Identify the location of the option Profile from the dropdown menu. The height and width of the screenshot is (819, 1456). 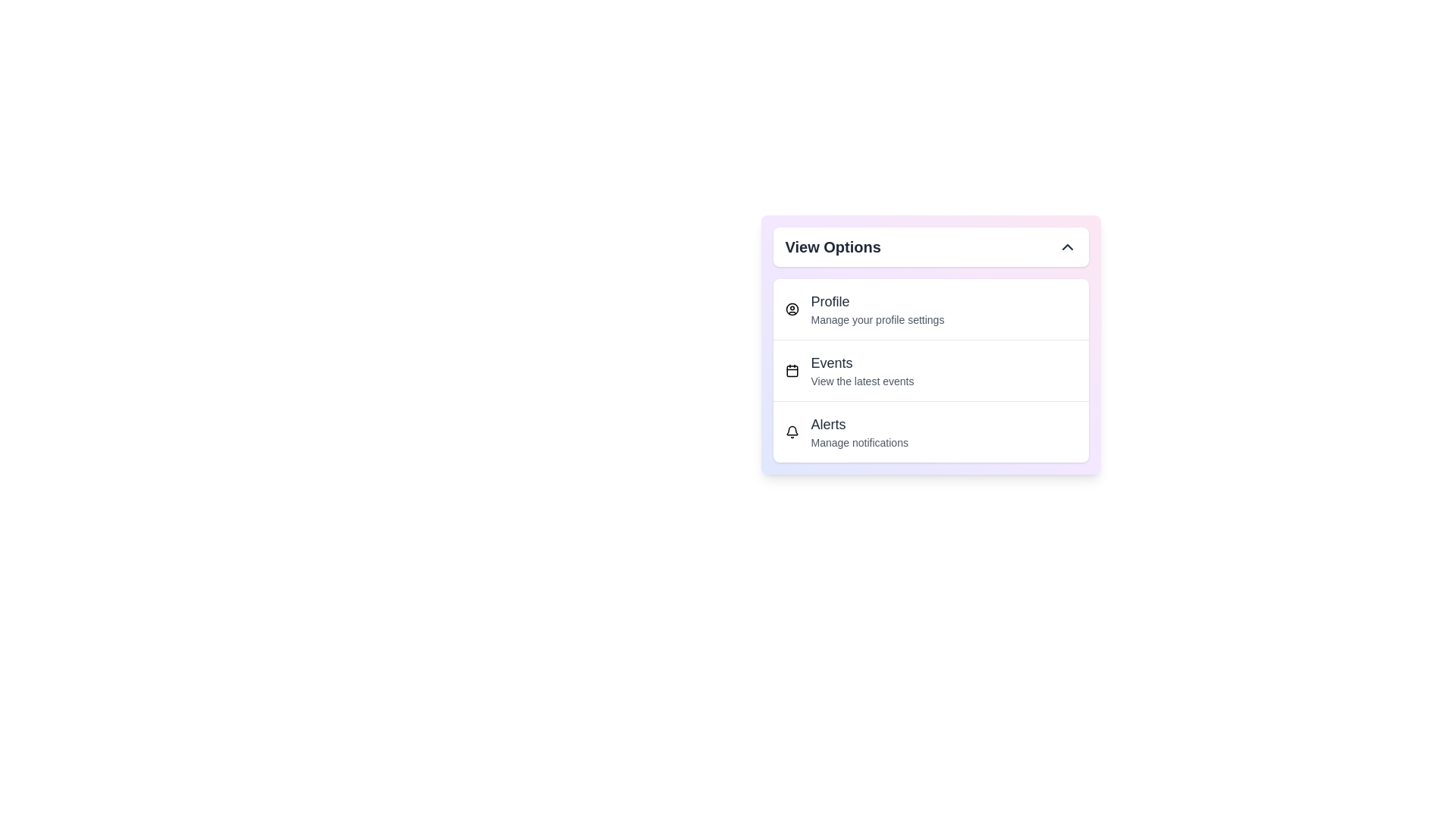
(930, 309).